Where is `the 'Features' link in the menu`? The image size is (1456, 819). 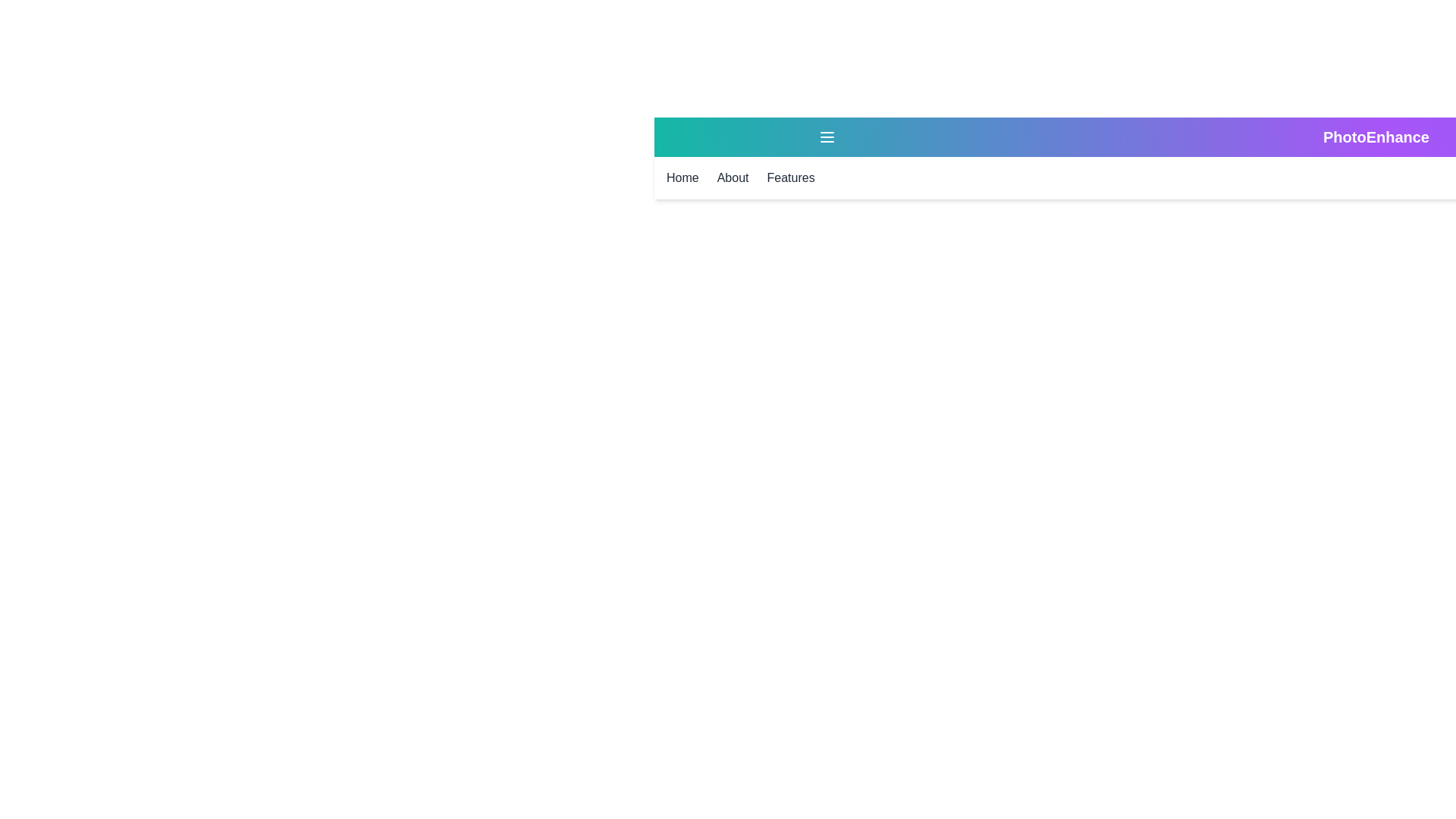 the 'Features' link in the menu is located at coordinates (789, 177).